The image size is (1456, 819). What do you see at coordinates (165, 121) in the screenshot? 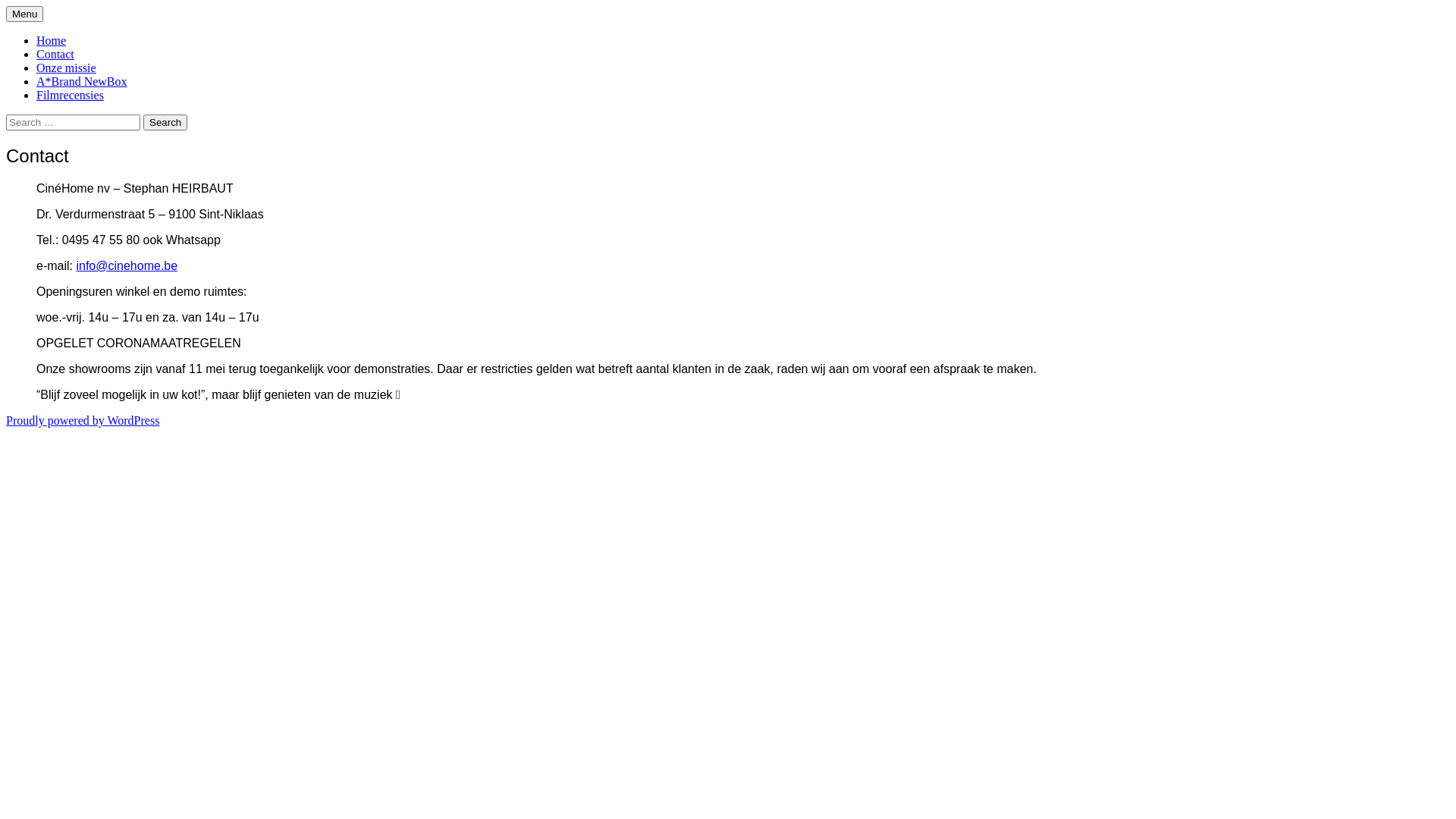
I see `'Search'` at bounding box center [165, 121].